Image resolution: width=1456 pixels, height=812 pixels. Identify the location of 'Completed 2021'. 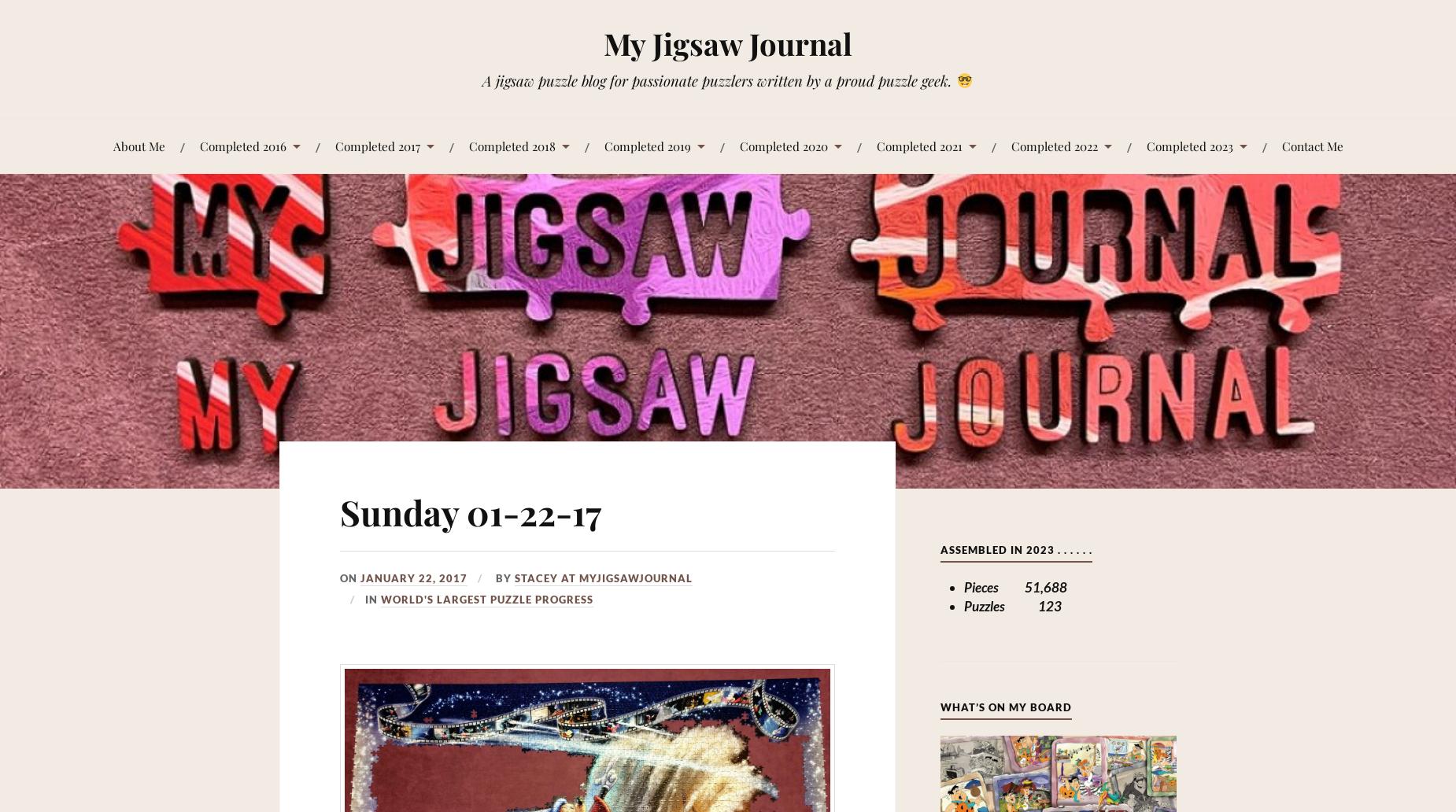
(874, 144).